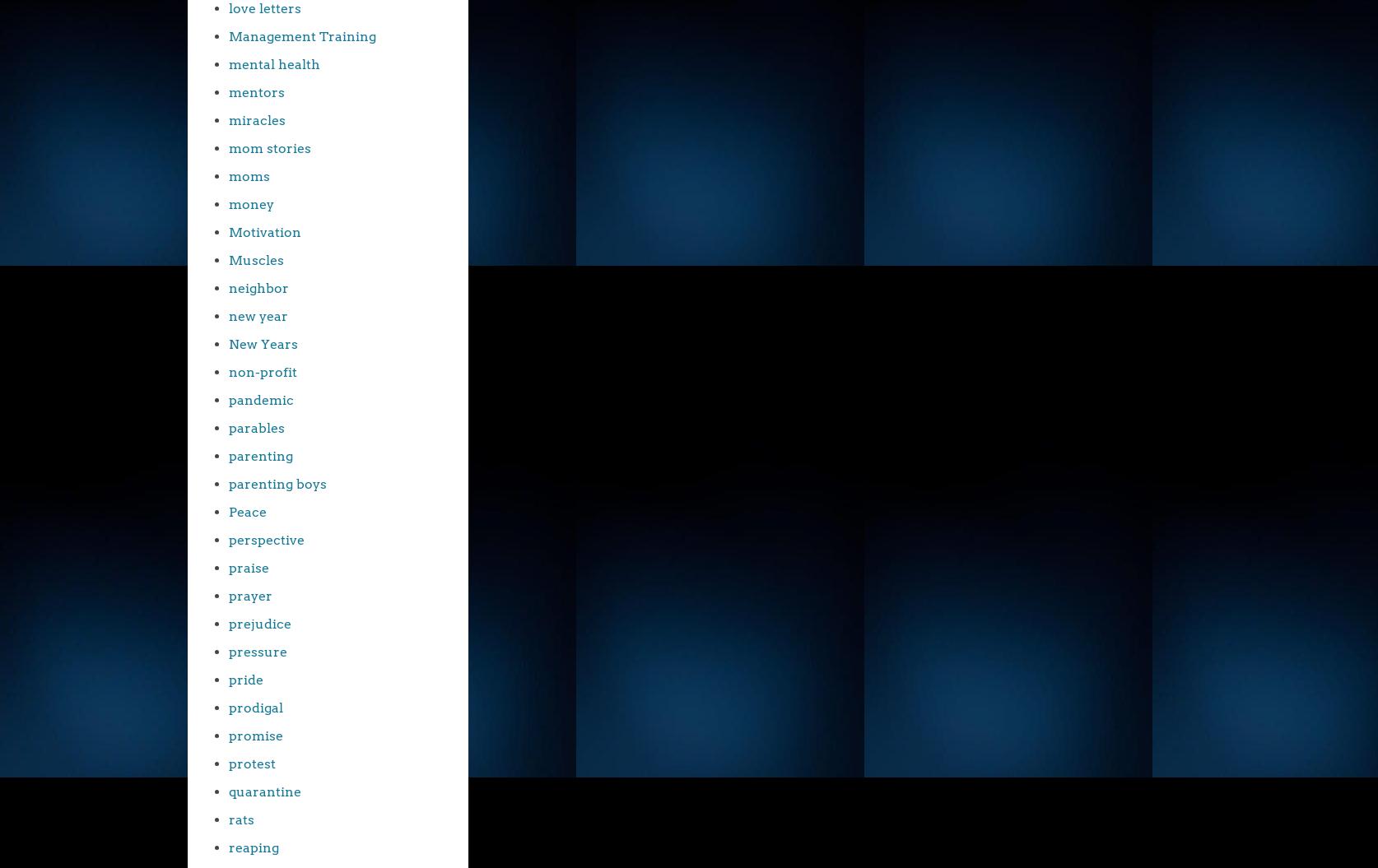 The width and height of the screenshot is (1378, 868). Describe the element at coordinates (258, 316) in the screenshot. I see `'new year'` at that location.